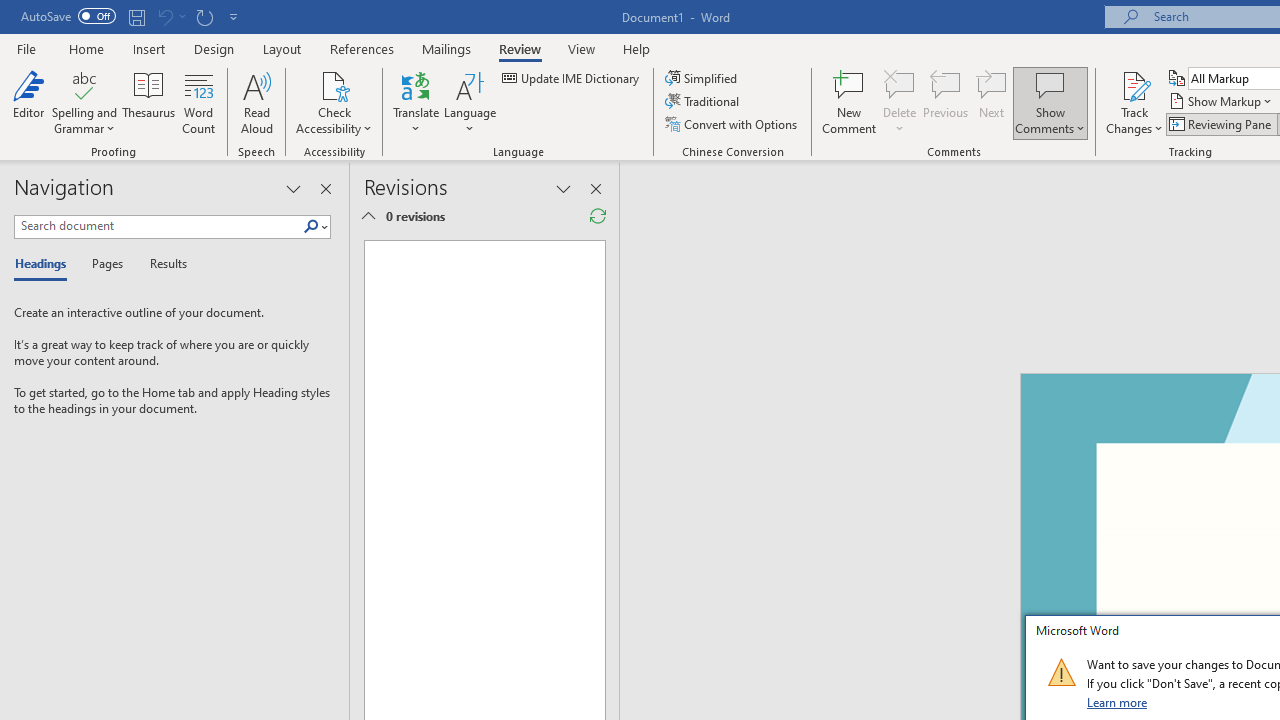 This screenshot has height=720, width=1280. What do you see at coordinates (10, 11) in the screenshot?
I see `'System'` at bounding box center [10, 11].